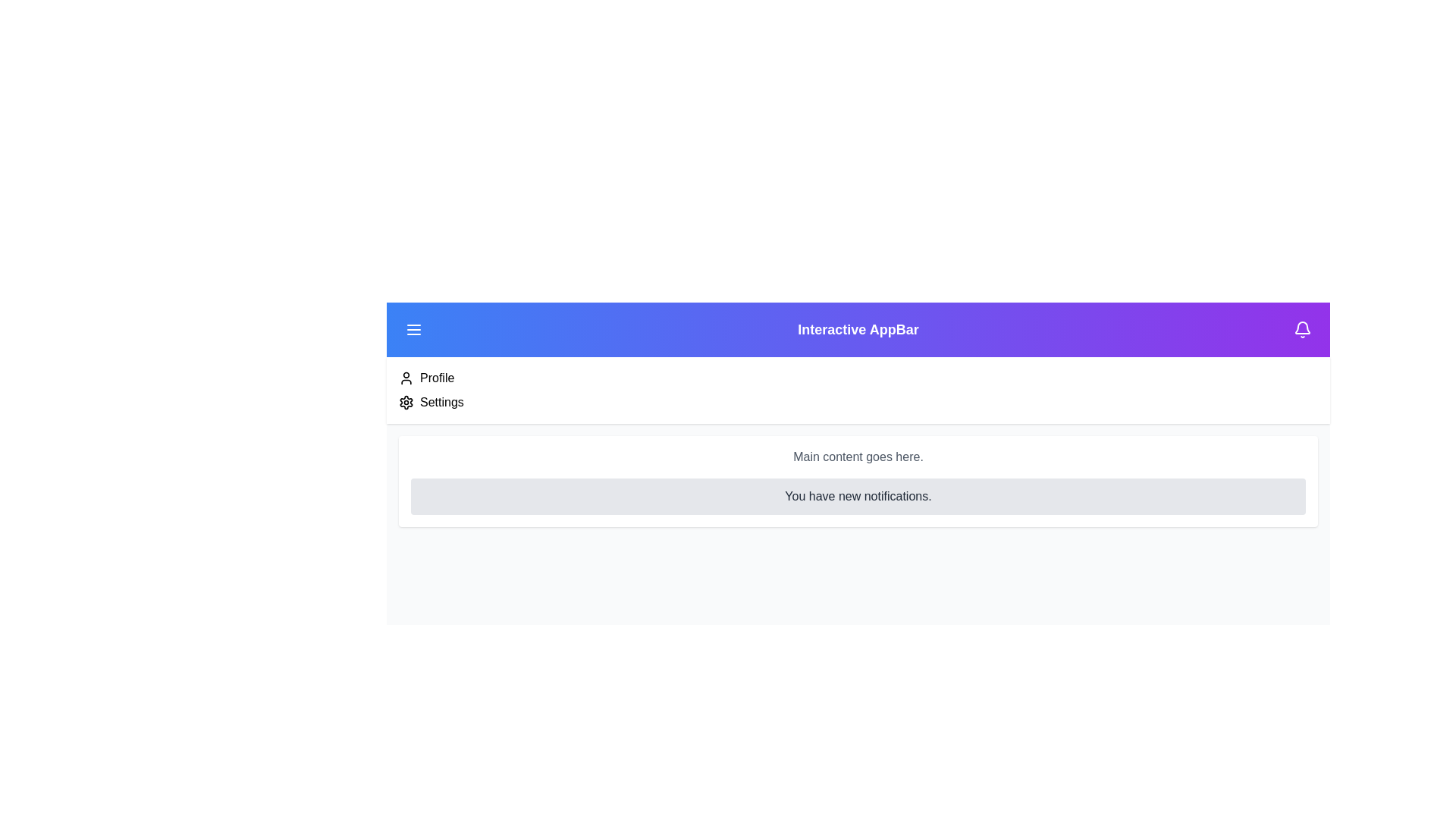 Image resolution: width=1456 pixels, height=819 pixels. Describe the element at coordinates (858, 497) in the screenshot. I see `the notification message to acknowledge it` at that location.